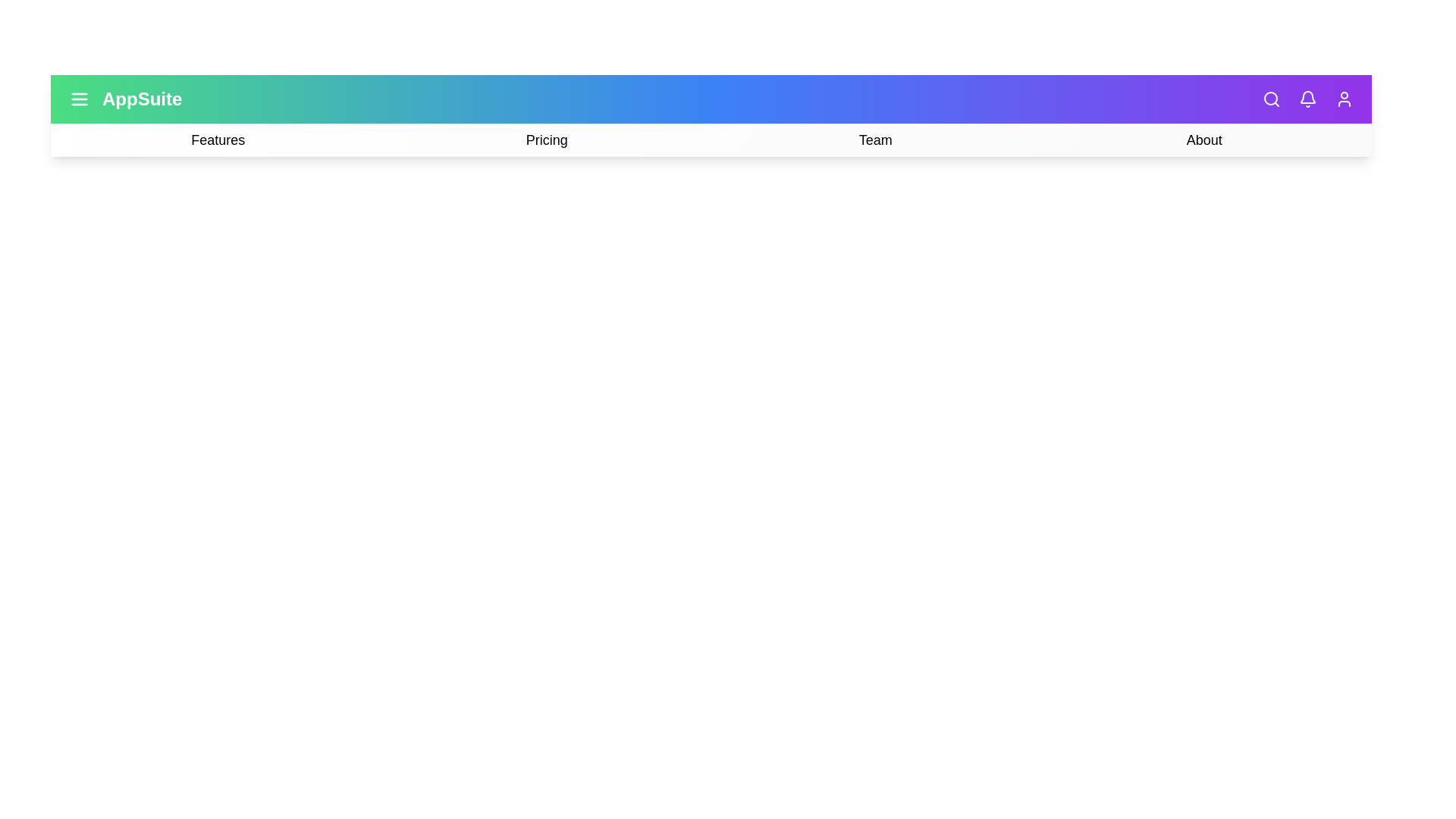 Image resolution: width=1456 pixels, height=819 pixels. I want to click on 'User' icon in the top-right corner, so click(1344, 99).